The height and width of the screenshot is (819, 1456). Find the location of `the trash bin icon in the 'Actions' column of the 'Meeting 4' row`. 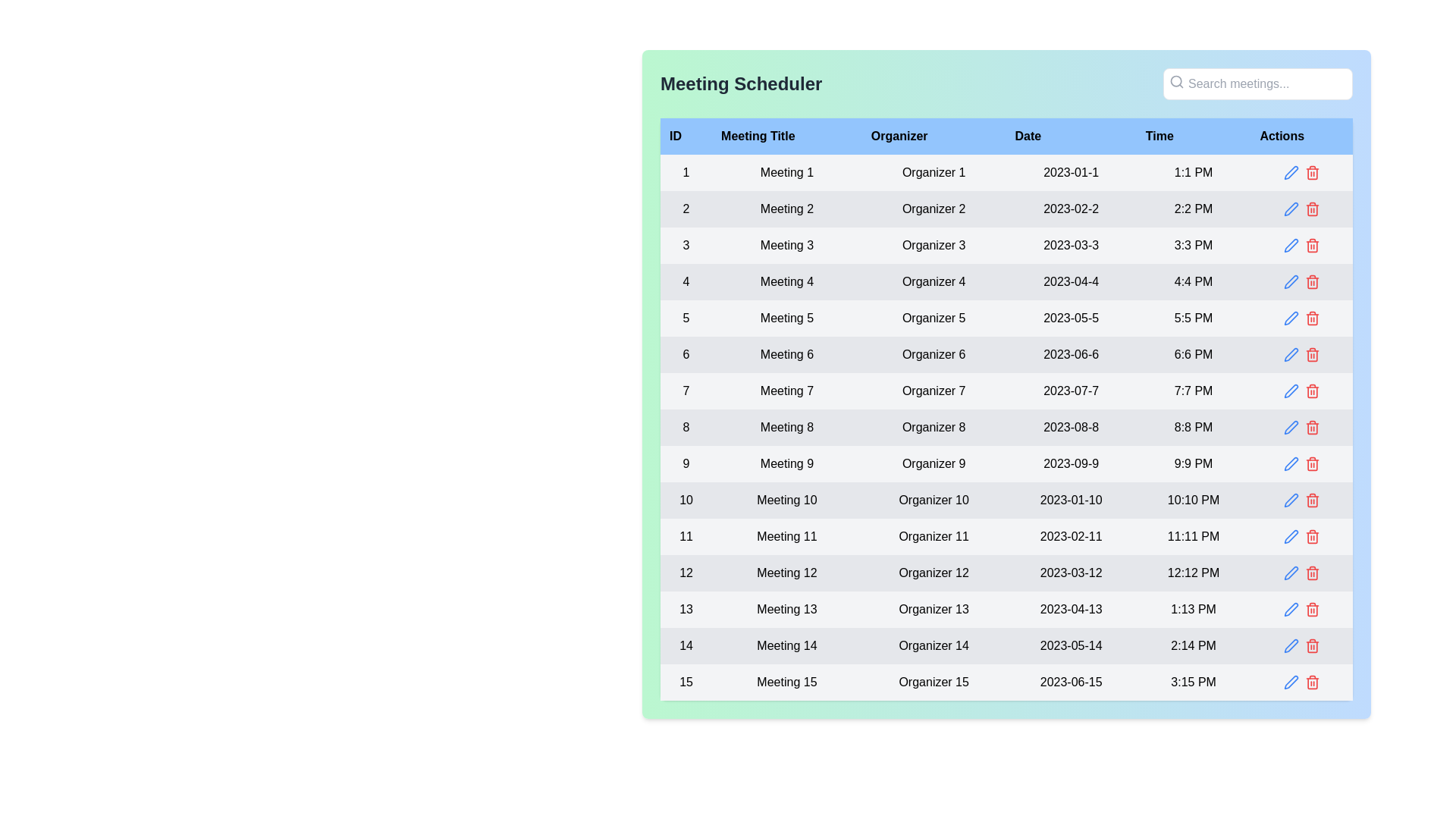

the trash bin icon in the 'Actions' column of the 'Meeting 4' row is located at coordinates (1311, 281).